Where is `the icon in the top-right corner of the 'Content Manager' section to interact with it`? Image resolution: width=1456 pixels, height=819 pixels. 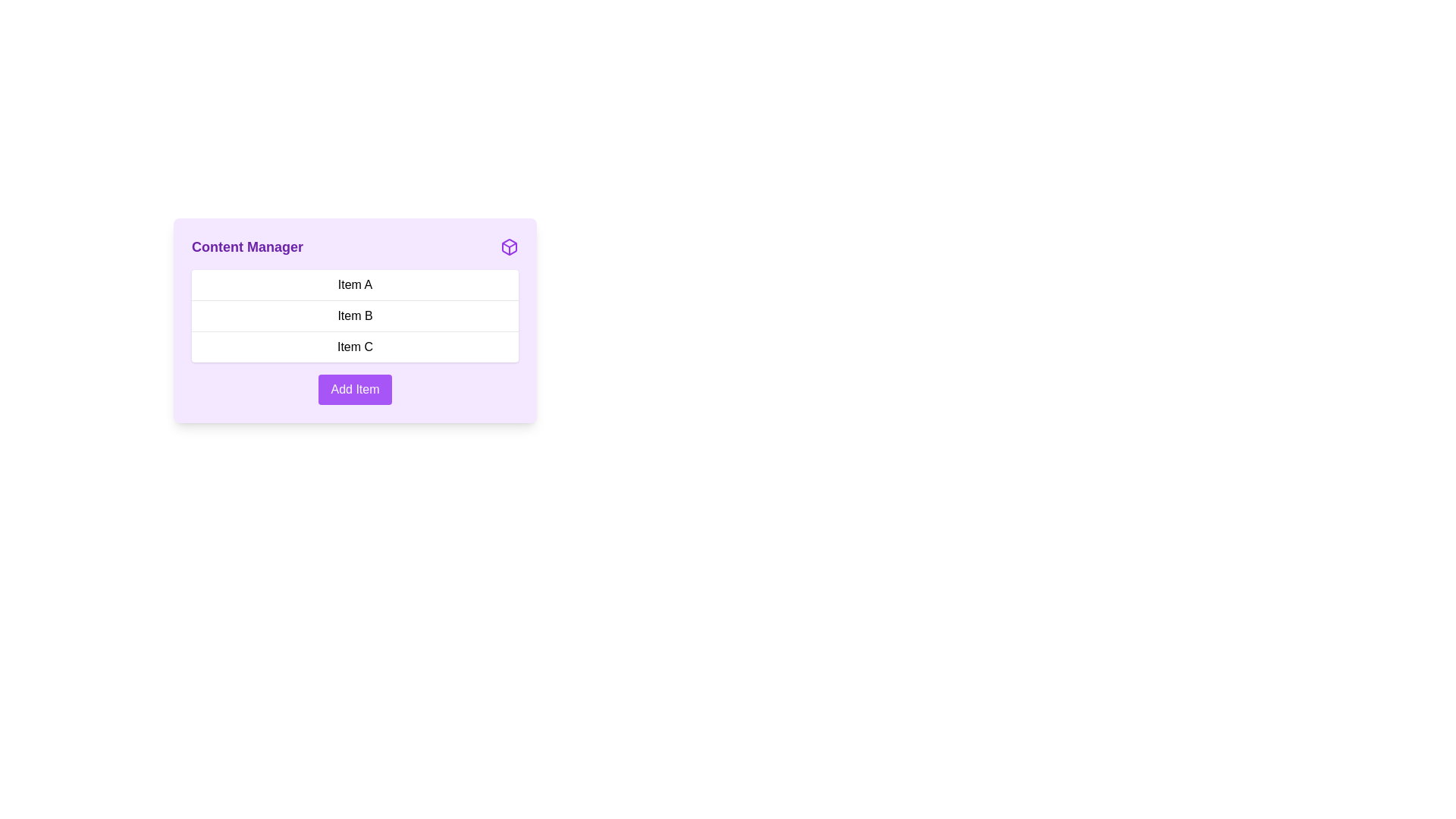
the icon in the top-right corner of the 'Content Manager' section to interact with it is located at coordinates (510, 246).